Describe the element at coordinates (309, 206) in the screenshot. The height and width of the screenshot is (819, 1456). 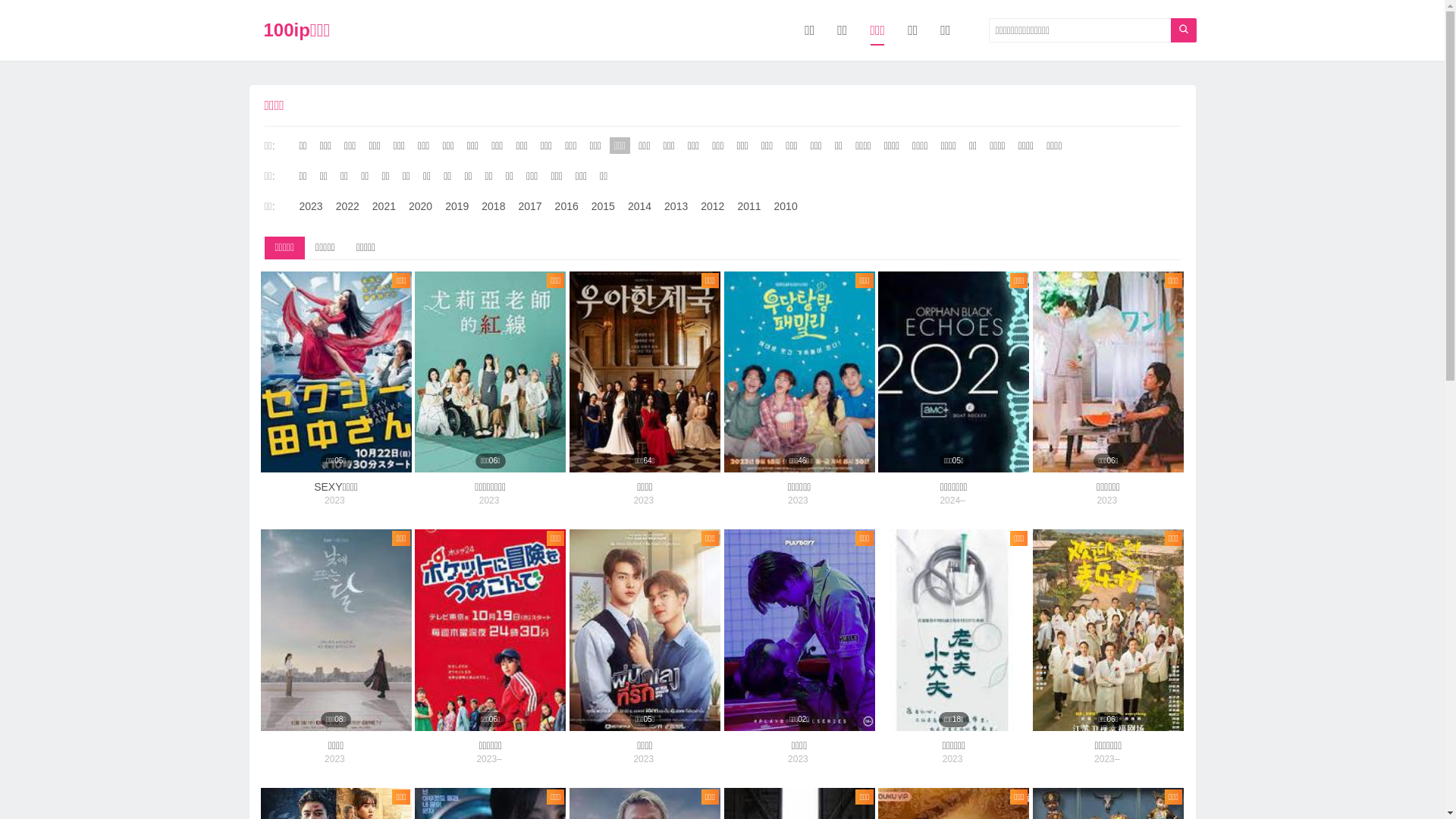
I see `'2023'` at that location.